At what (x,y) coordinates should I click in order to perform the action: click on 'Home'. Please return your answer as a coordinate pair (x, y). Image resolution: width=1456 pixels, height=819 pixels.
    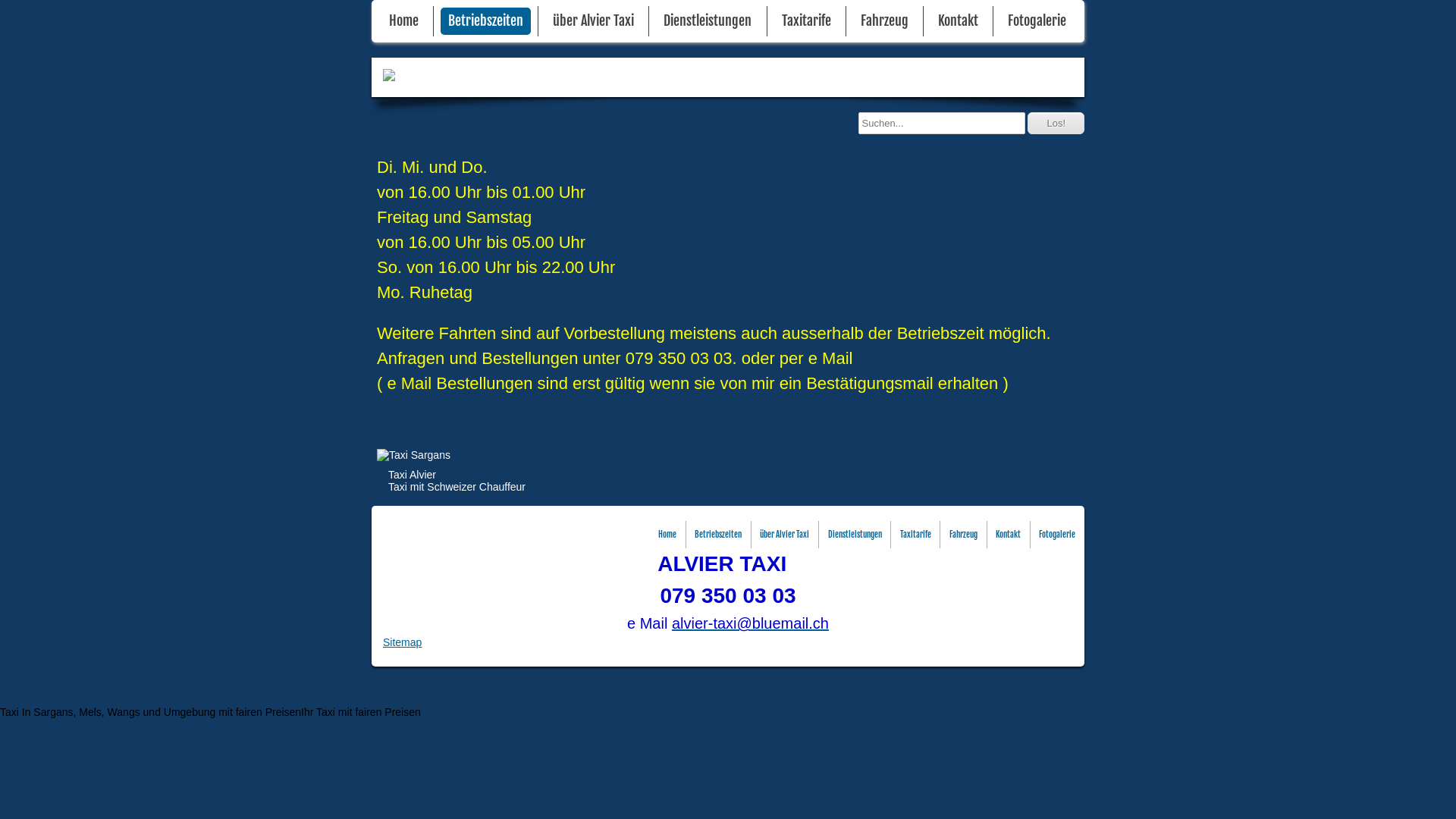
    Looking at the image, I should click on (403, 20).